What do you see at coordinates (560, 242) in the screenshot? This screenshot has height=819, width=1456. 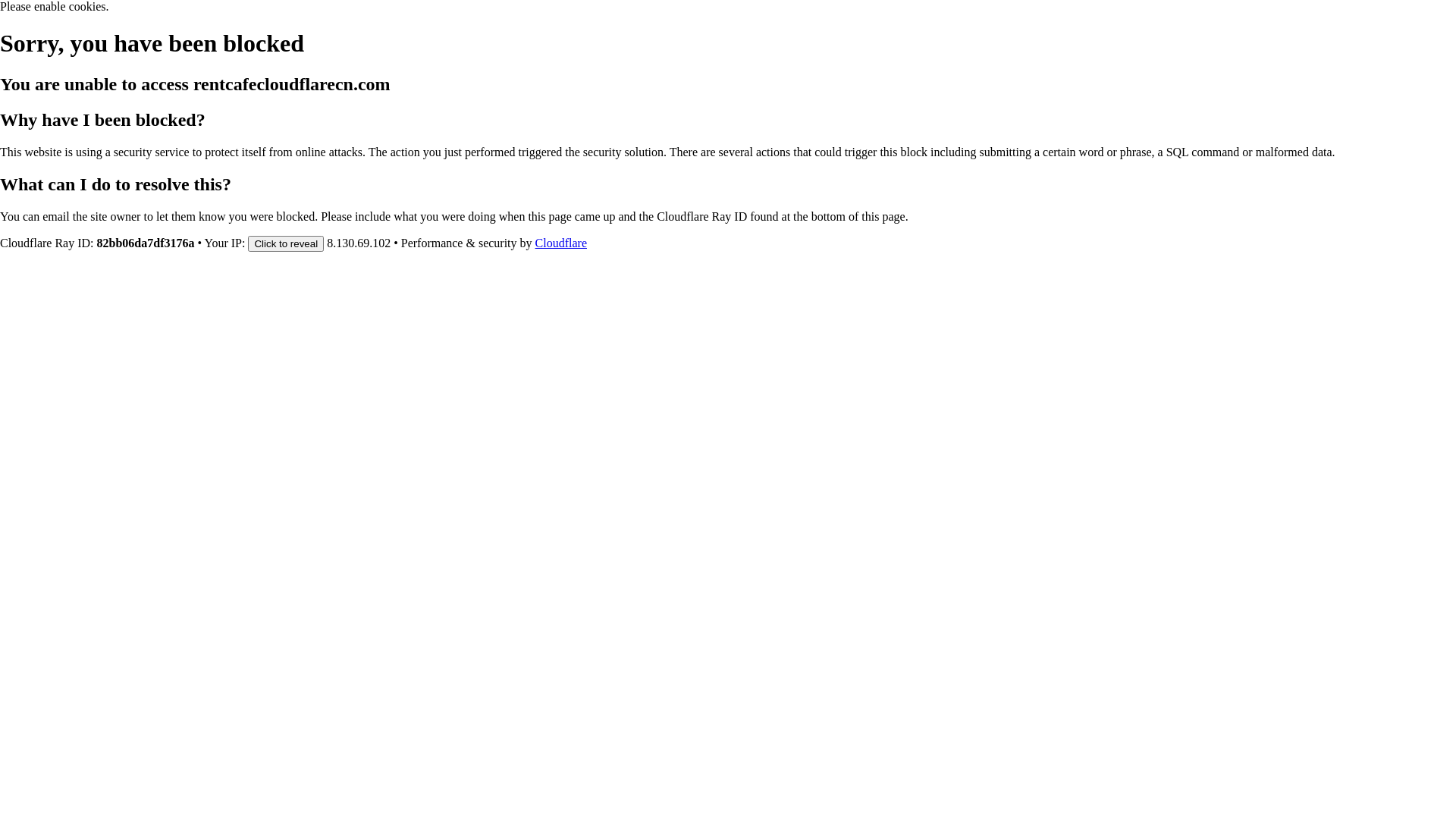 I see `'Cloudflare'` at bounding box center [560, 242].